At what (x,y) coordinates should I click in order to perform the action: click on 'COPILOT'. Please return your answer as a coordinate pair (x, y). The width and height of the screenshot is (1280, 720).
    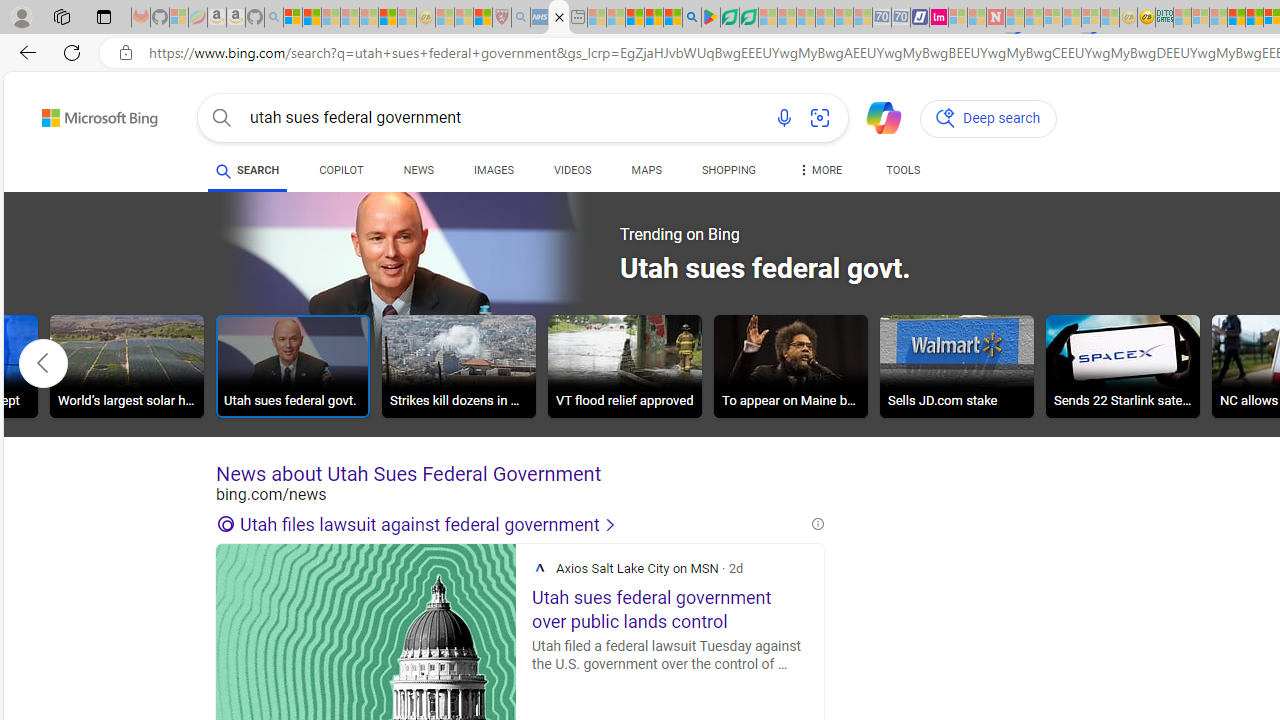
    Looking at the image, I should click on (341, 170).